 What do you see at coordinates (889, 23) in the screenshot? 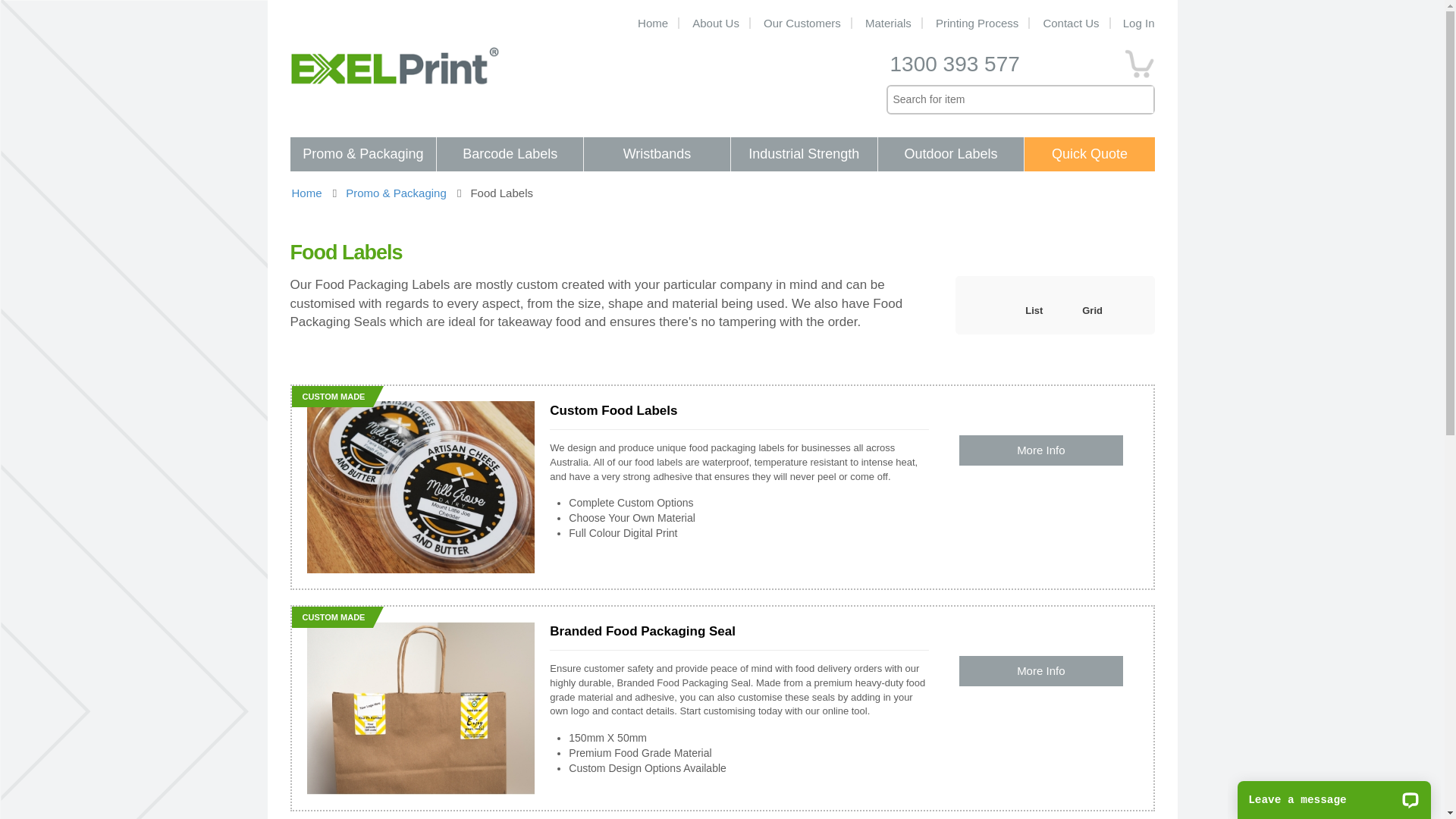
I see `'Materials'` at bounding box center [889, 23].